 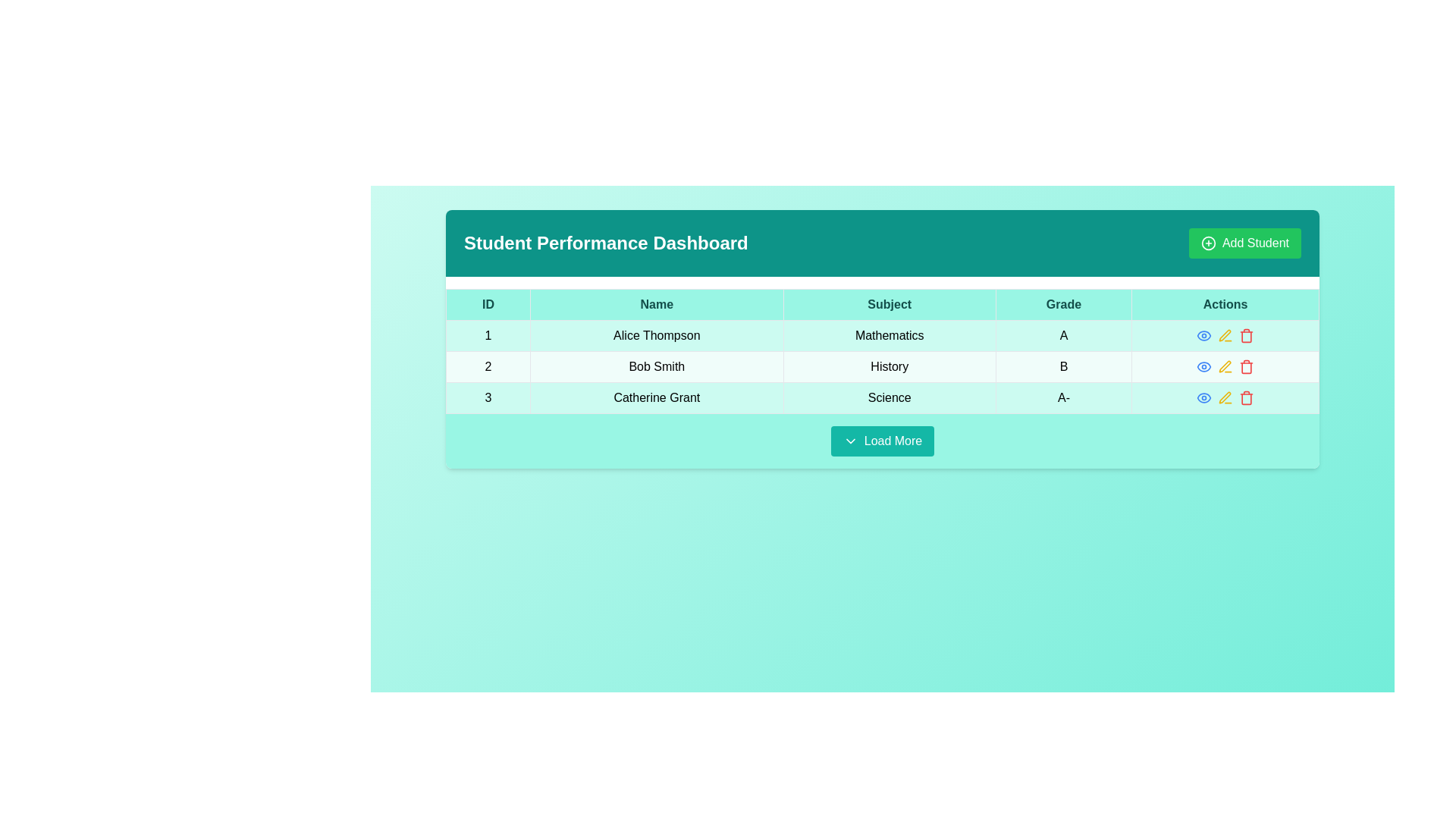 I want to click on the edit icon in the 'Actions' column of the third row for 'Catherine Grant' to initiate editing, so click(x=1225, y=397).